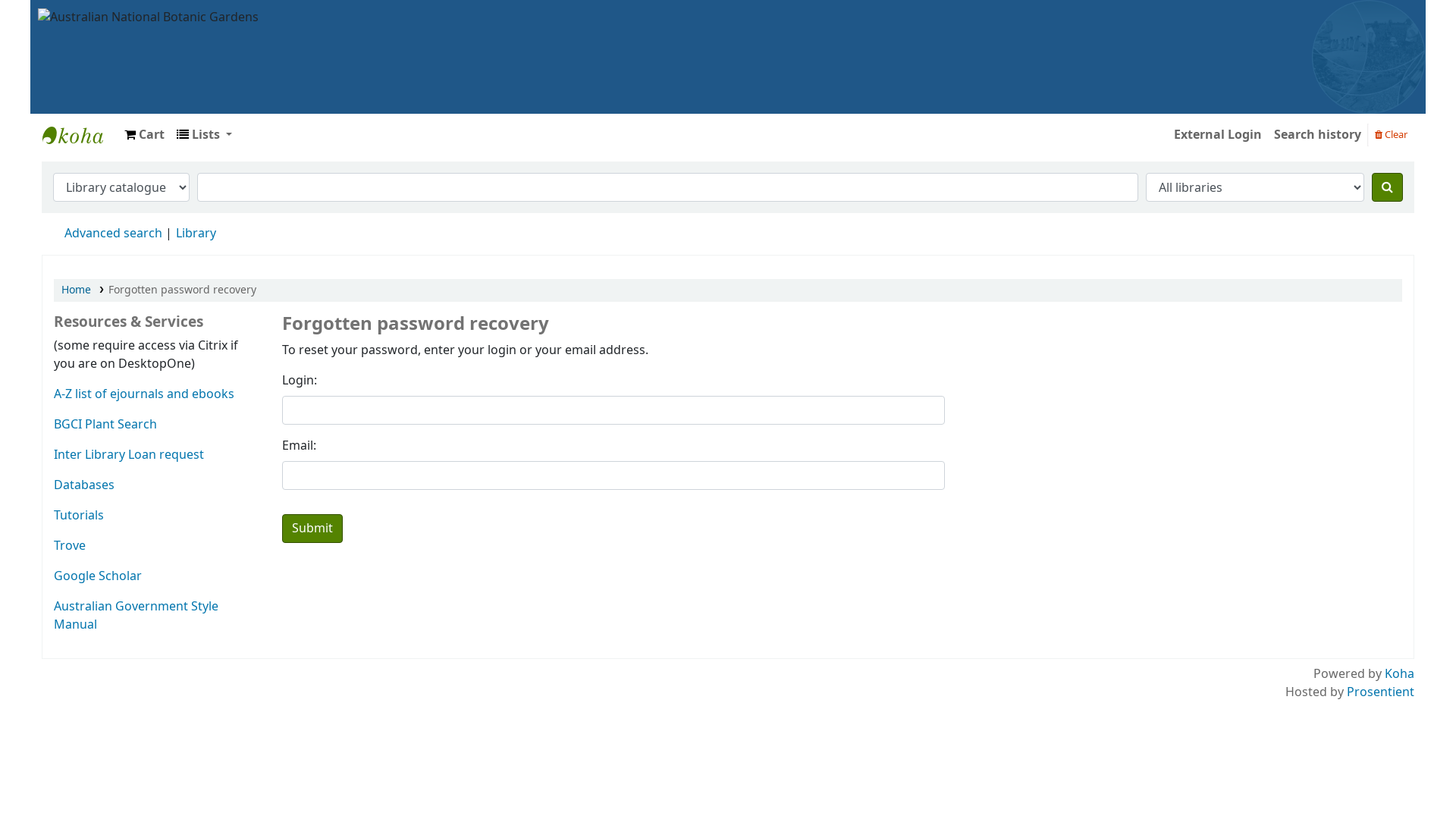  I want to click on 'Lists', so click(203, 133).